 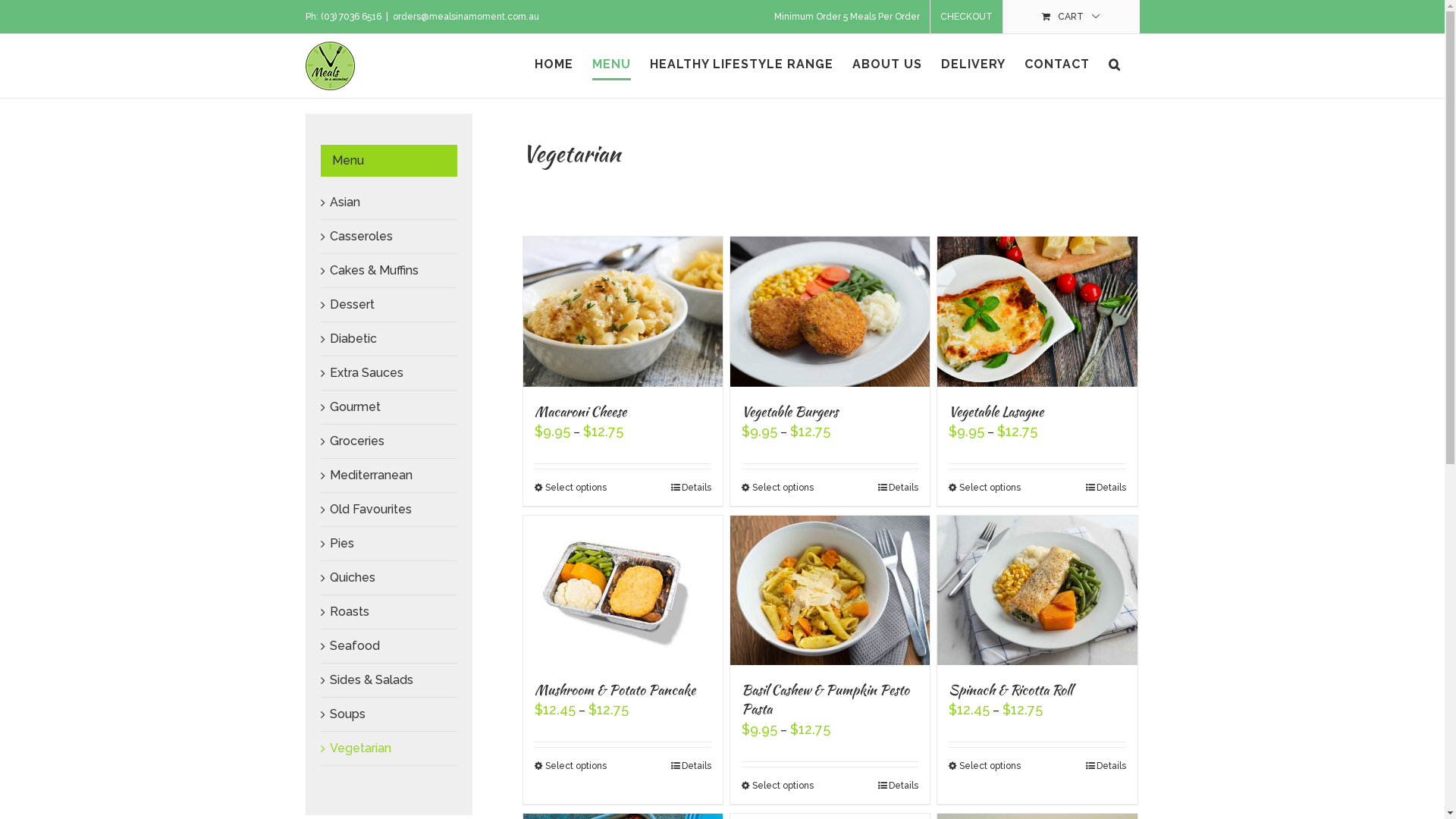 I want to click on 'Vegetarian', so click(x=359, y=747).